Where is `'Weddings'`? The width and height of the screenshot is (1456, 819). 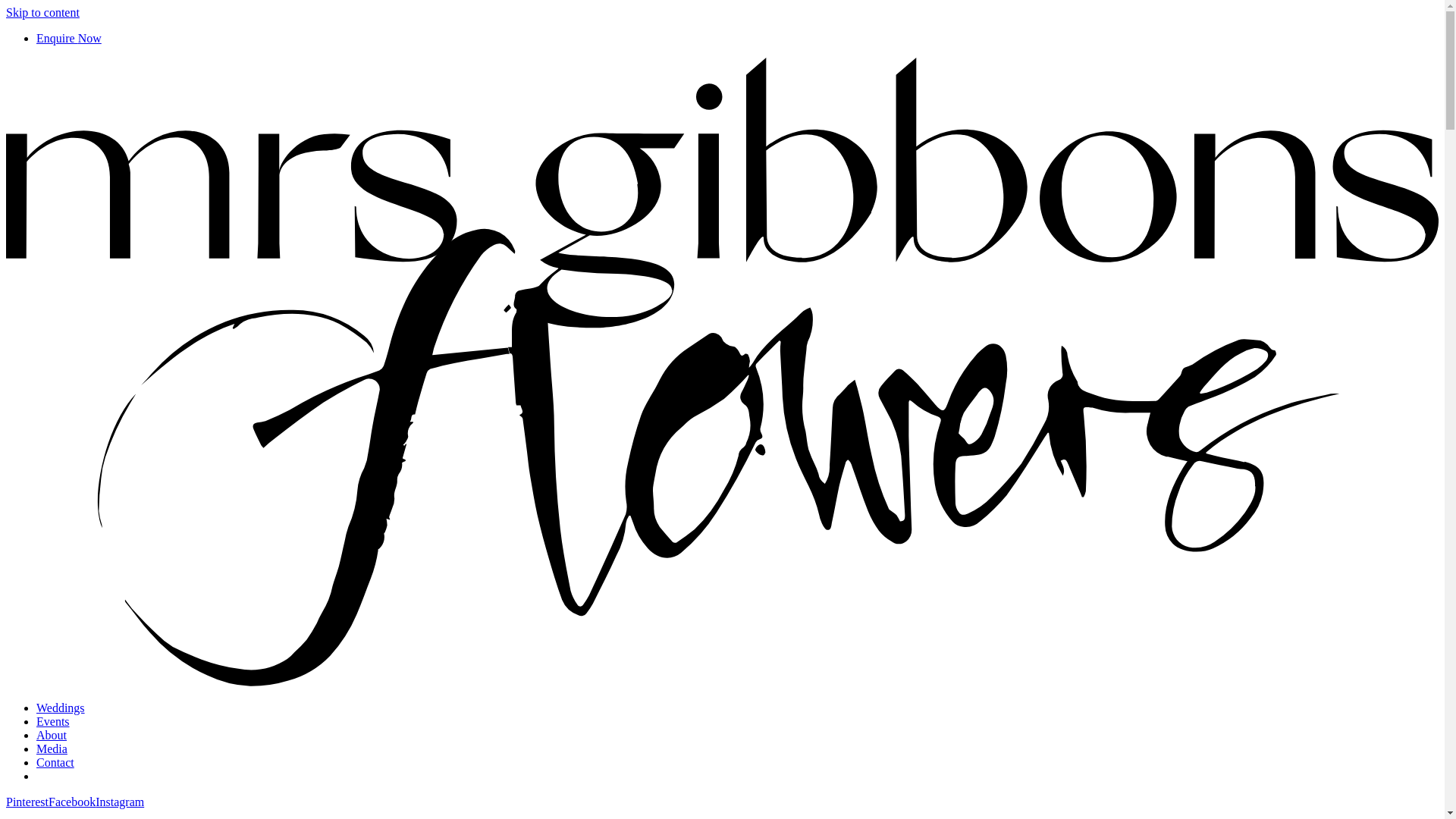
'Weddings' is located at coordinates (36, 708).